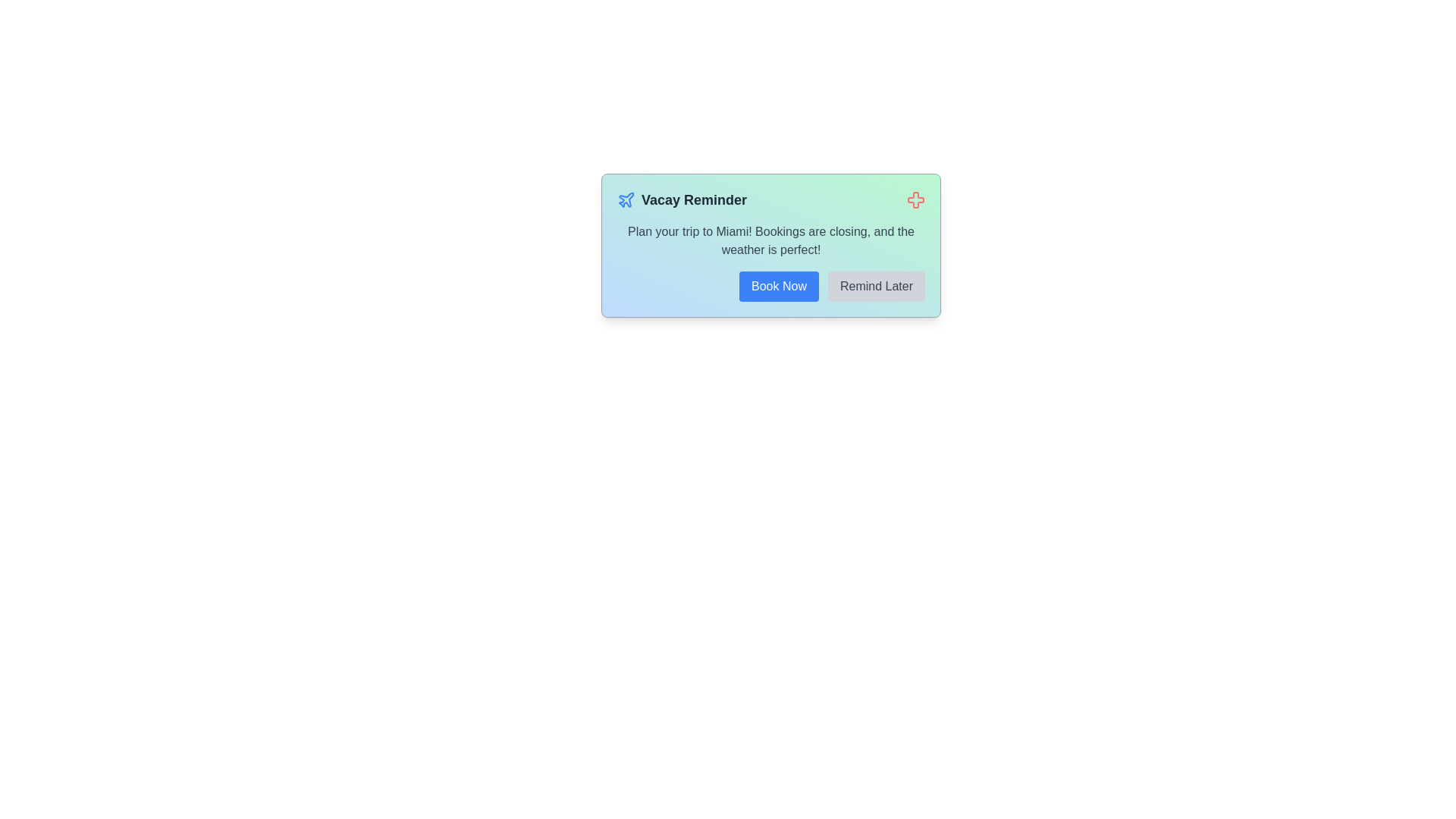 Image resolution: width=1456 pixels, height=819 pixels. I want to click on the 'Book Now' button located on the left side of the button group beneath the text 'Plan your trip to Miami! Bookings are closing, and the weather is perfect!', so click(771, 287).